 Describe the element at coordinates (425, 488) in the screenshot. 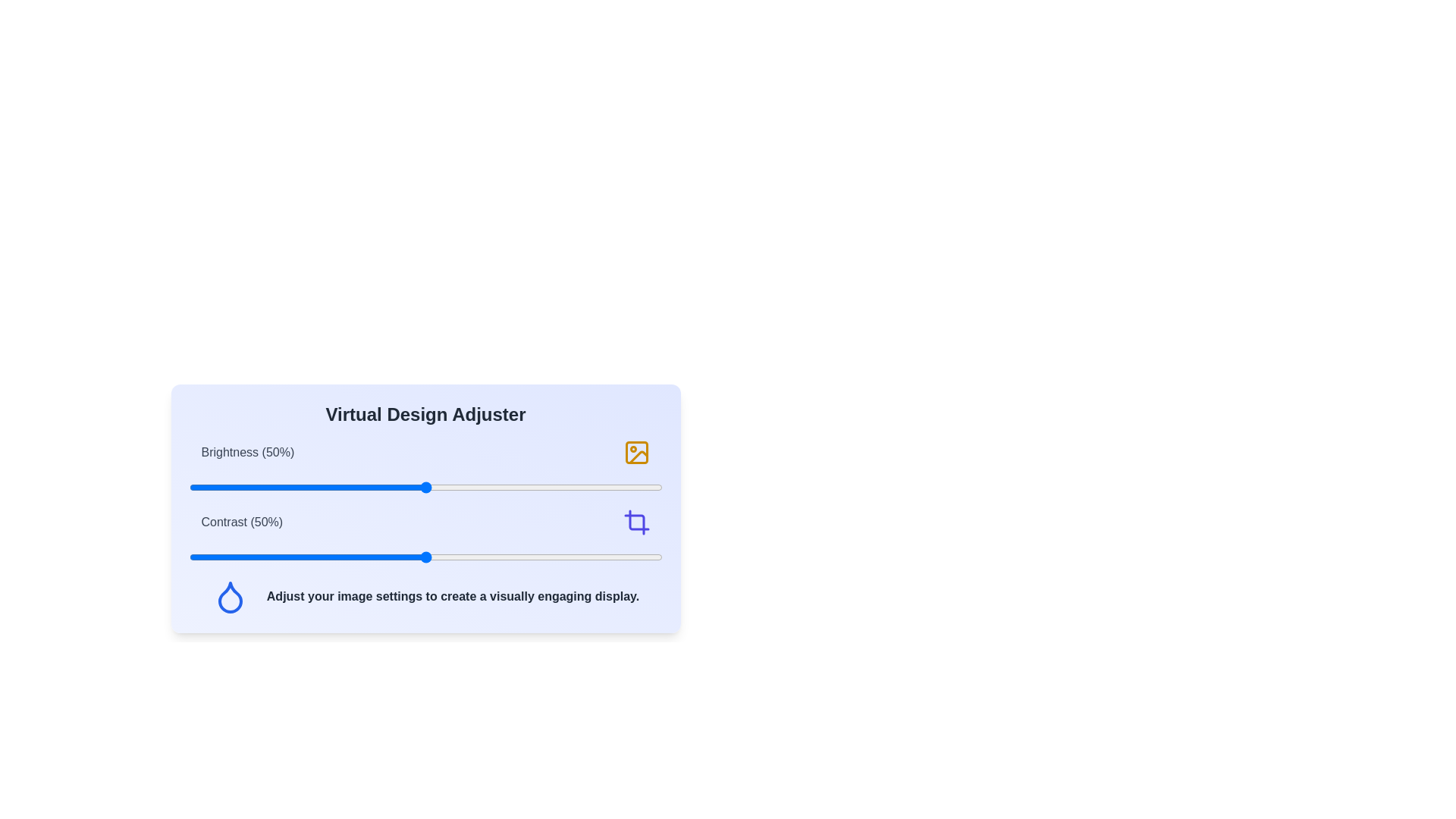

I see `the brightness slider to focus it for keyboard-based adjustments` at that location.